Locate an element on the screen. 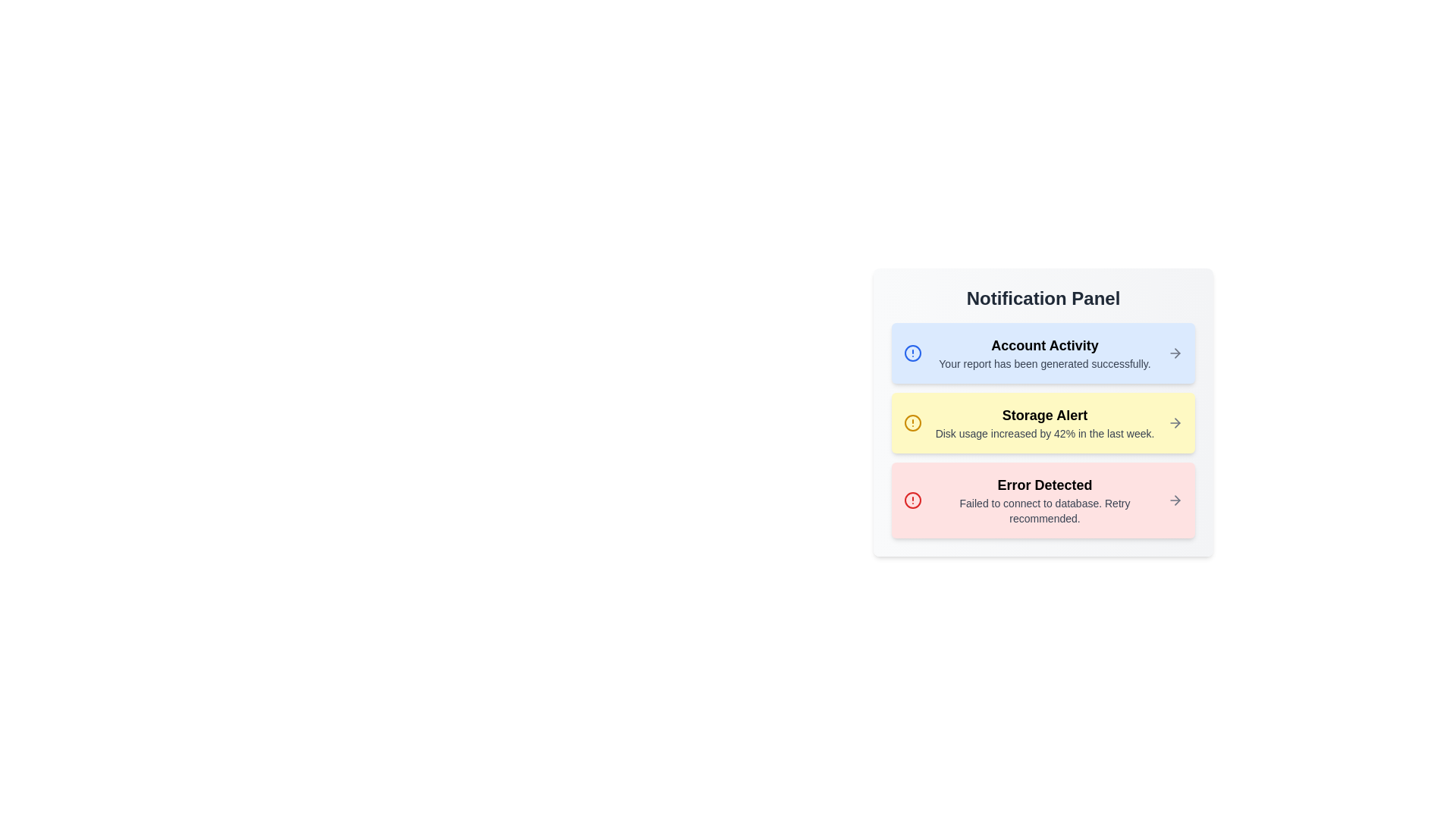 This screenshot has width=1456, height=819. the notification icon corresponding to Account Activity is located at coordinates (912, 353).